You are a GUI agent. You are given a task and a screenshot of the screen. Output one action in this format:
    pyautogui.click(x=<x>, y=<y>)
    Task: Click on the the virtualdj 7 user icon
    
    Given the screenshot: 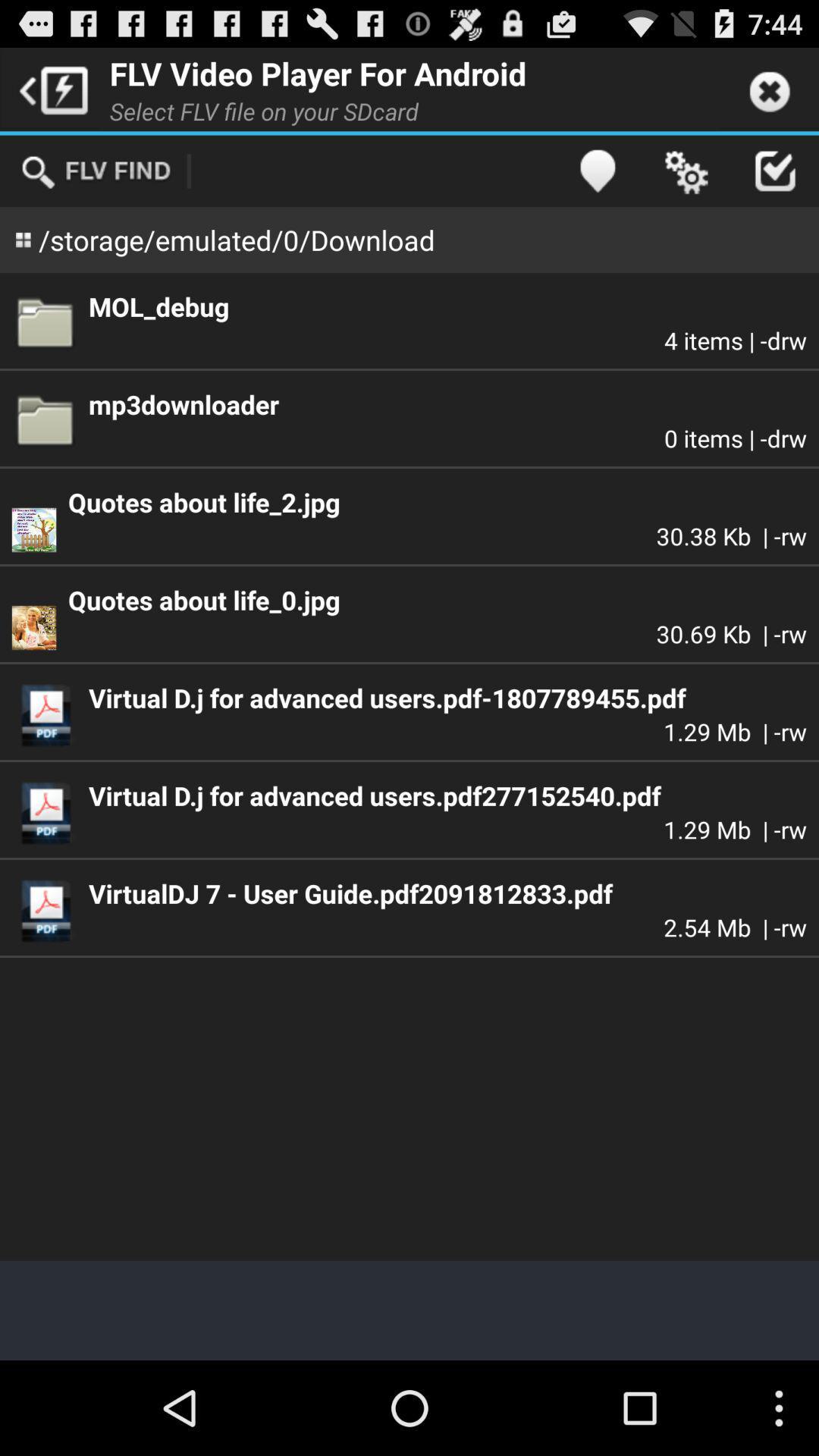 What is the action you would take?
    pyautogui.click(x=447, y=893)
    